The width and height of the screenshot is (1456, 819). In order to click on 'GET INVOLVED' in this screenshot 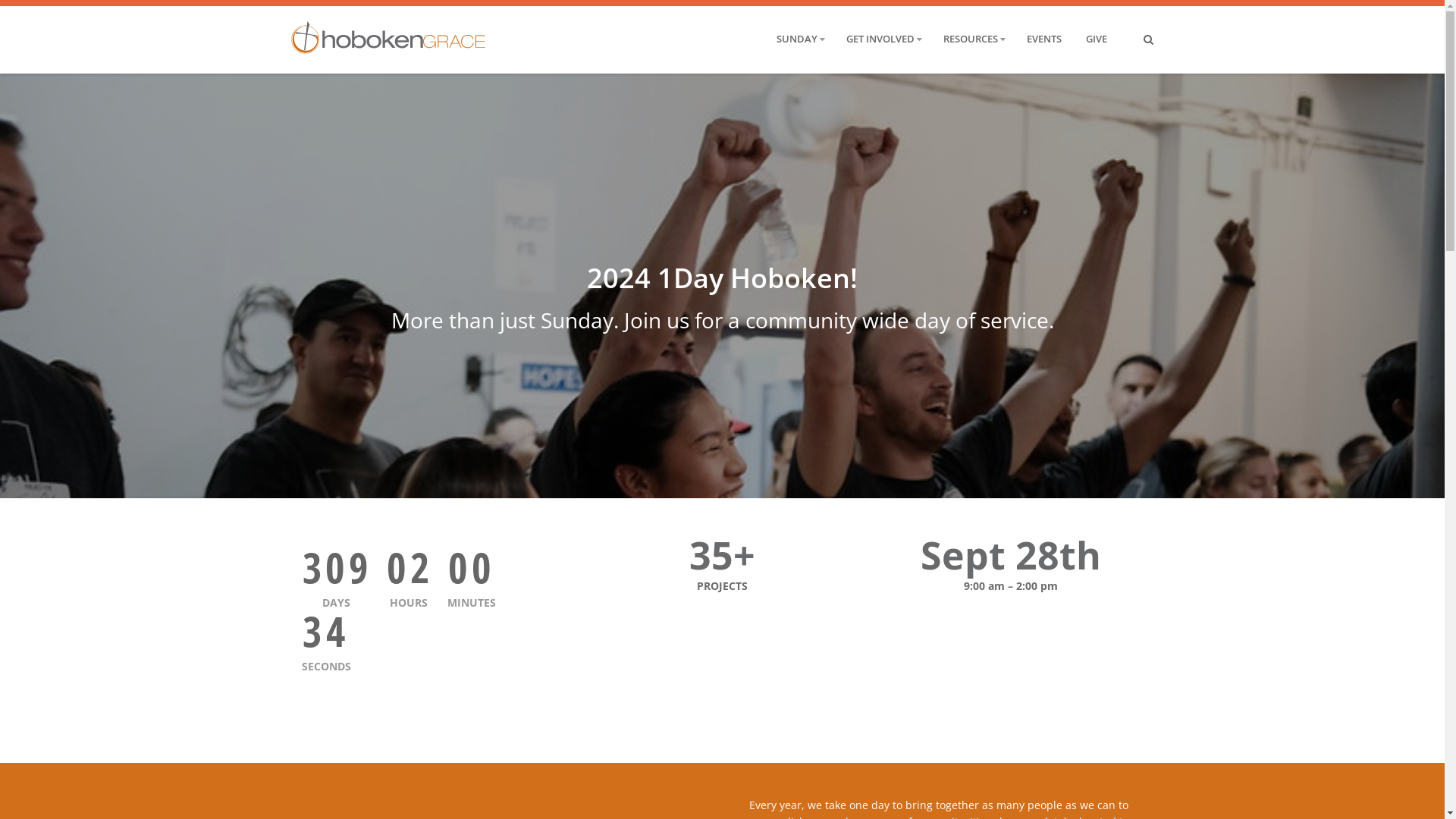, I will do `click(880, 39)`.